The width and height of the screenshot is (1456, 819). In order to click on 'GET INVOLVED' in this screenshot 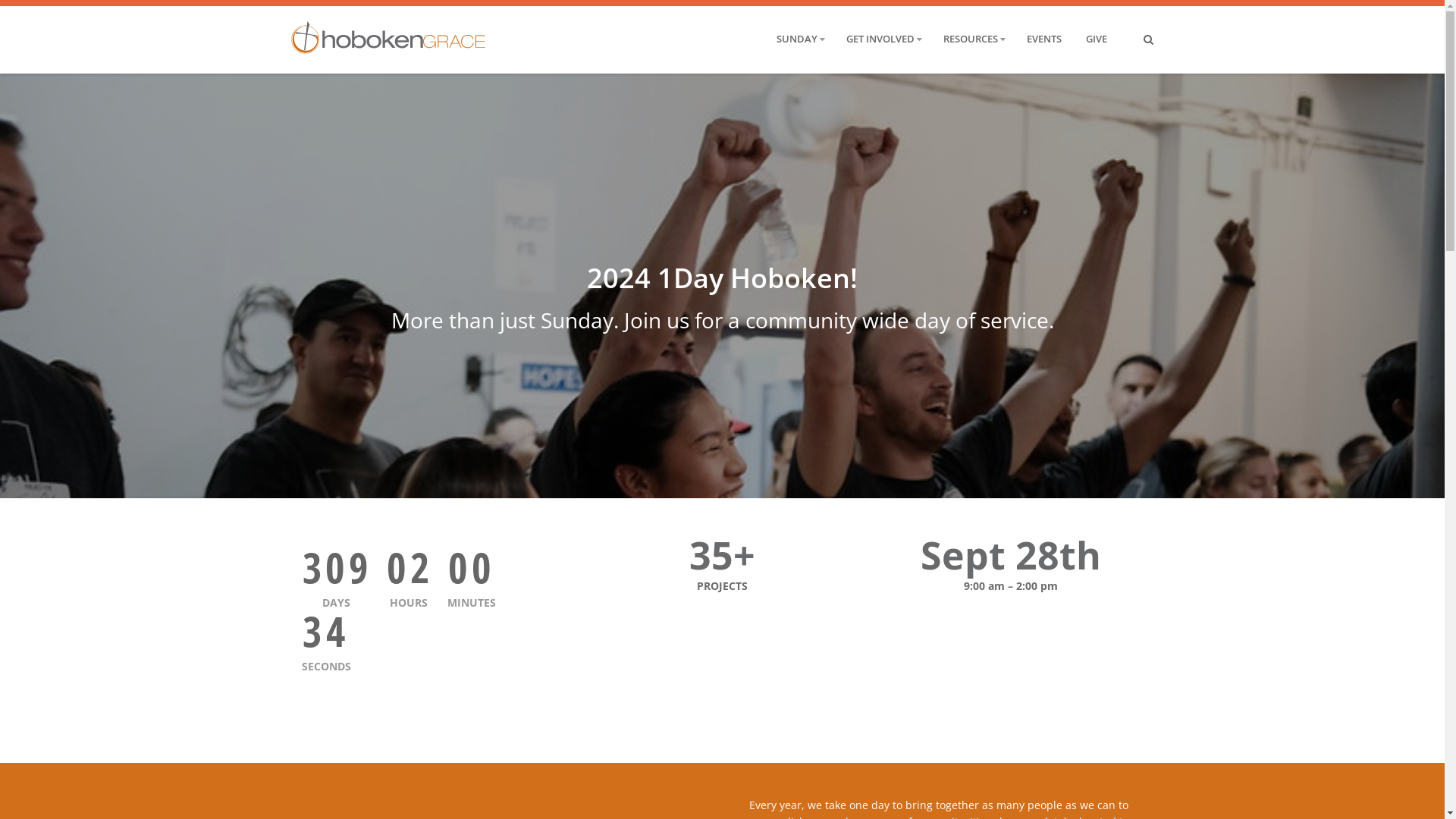, I will do `click(880, 39)`.